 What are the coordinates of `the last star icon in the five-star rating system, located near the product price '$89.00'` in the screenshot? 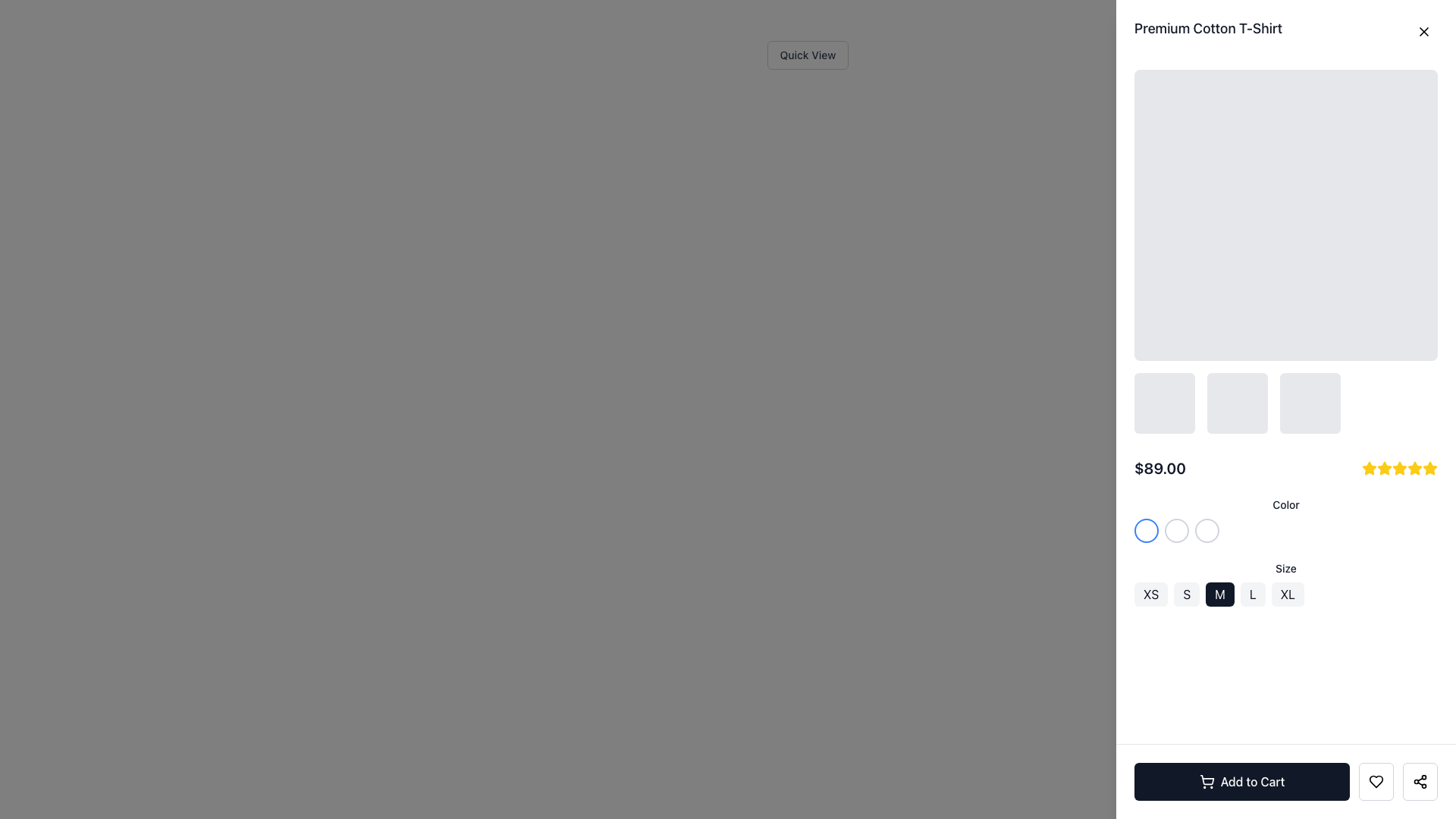 It's located at (1429, 467).